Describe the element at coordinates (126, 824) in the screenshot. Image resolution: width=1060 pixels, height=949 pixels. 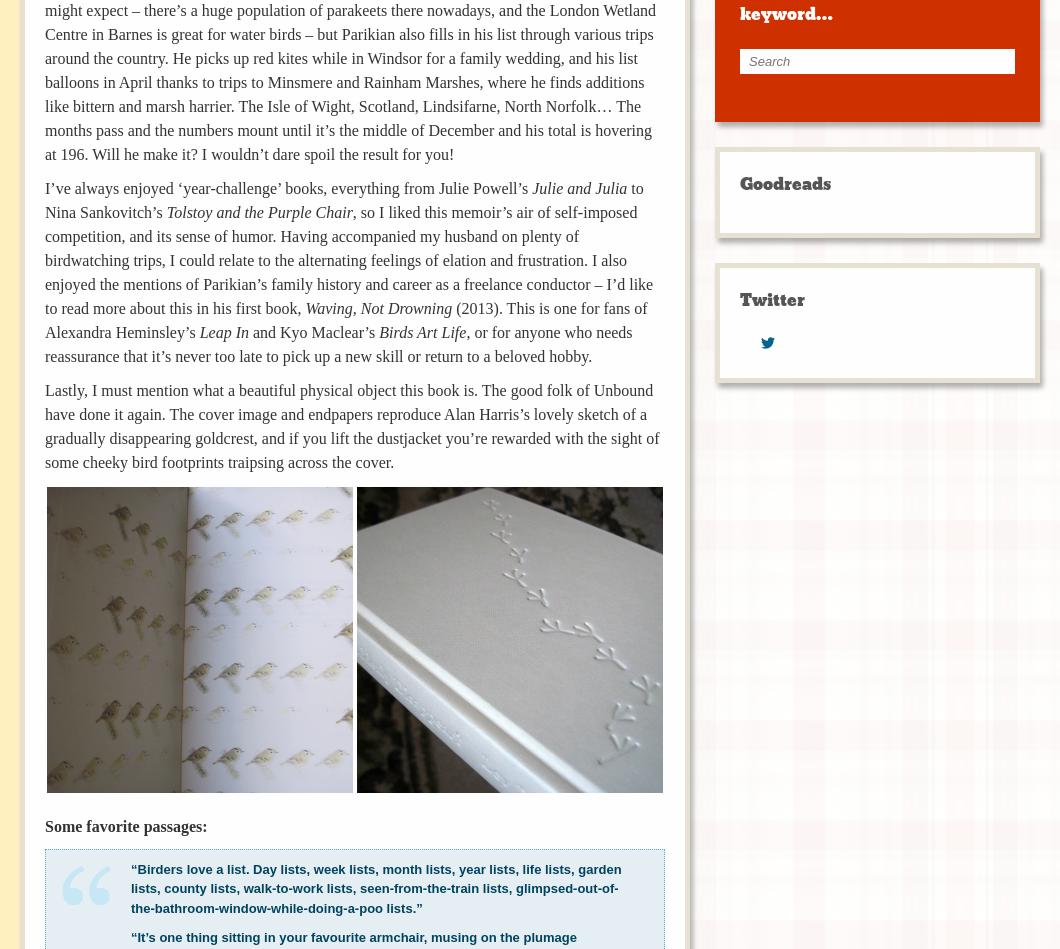
I see `'Some favorite passages:'` at that location.